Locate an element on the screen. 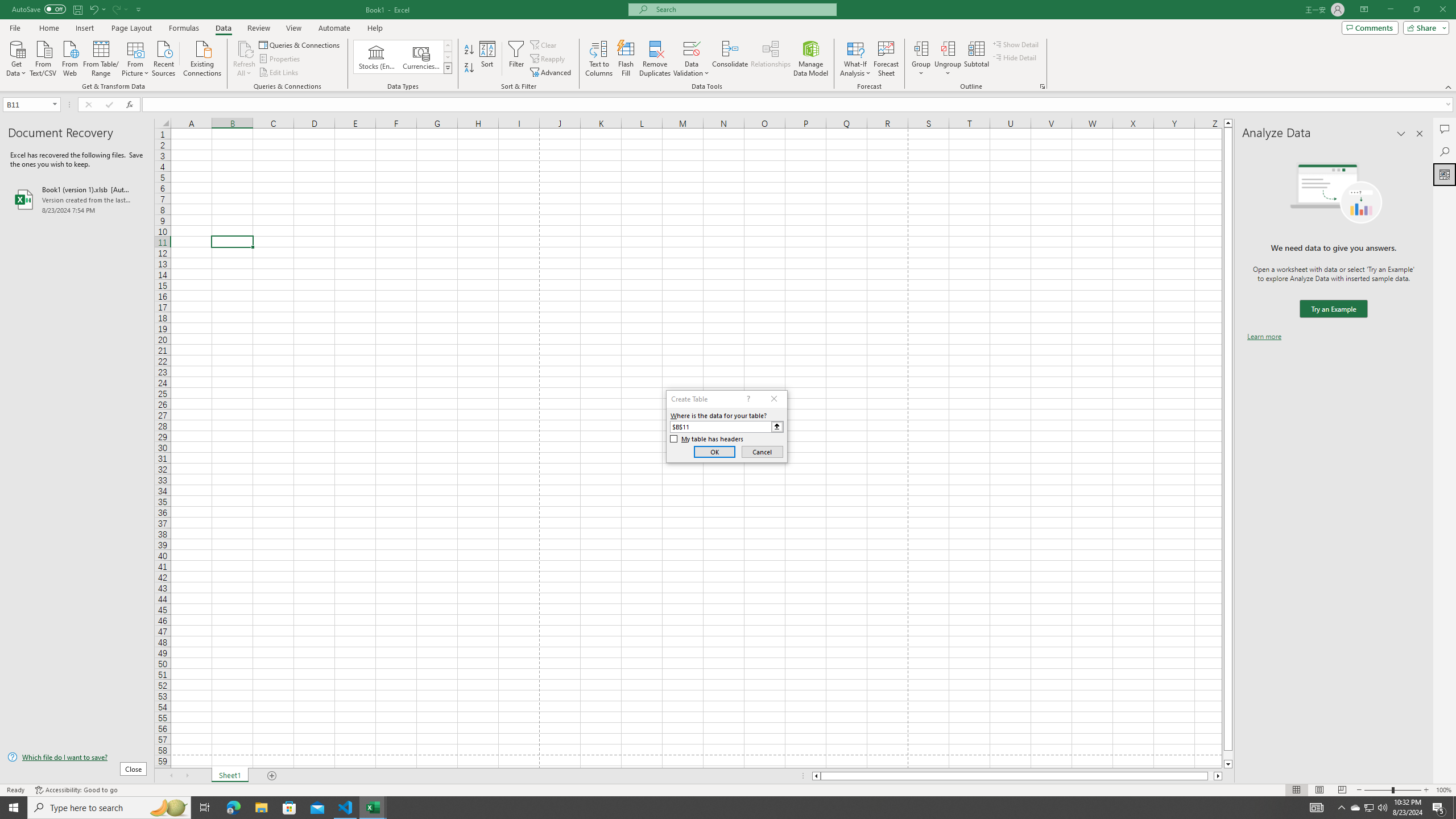 The height and width of the screenshot is (819, 1456). 'Remove Duplicates' is located at coordinates (655, 59).